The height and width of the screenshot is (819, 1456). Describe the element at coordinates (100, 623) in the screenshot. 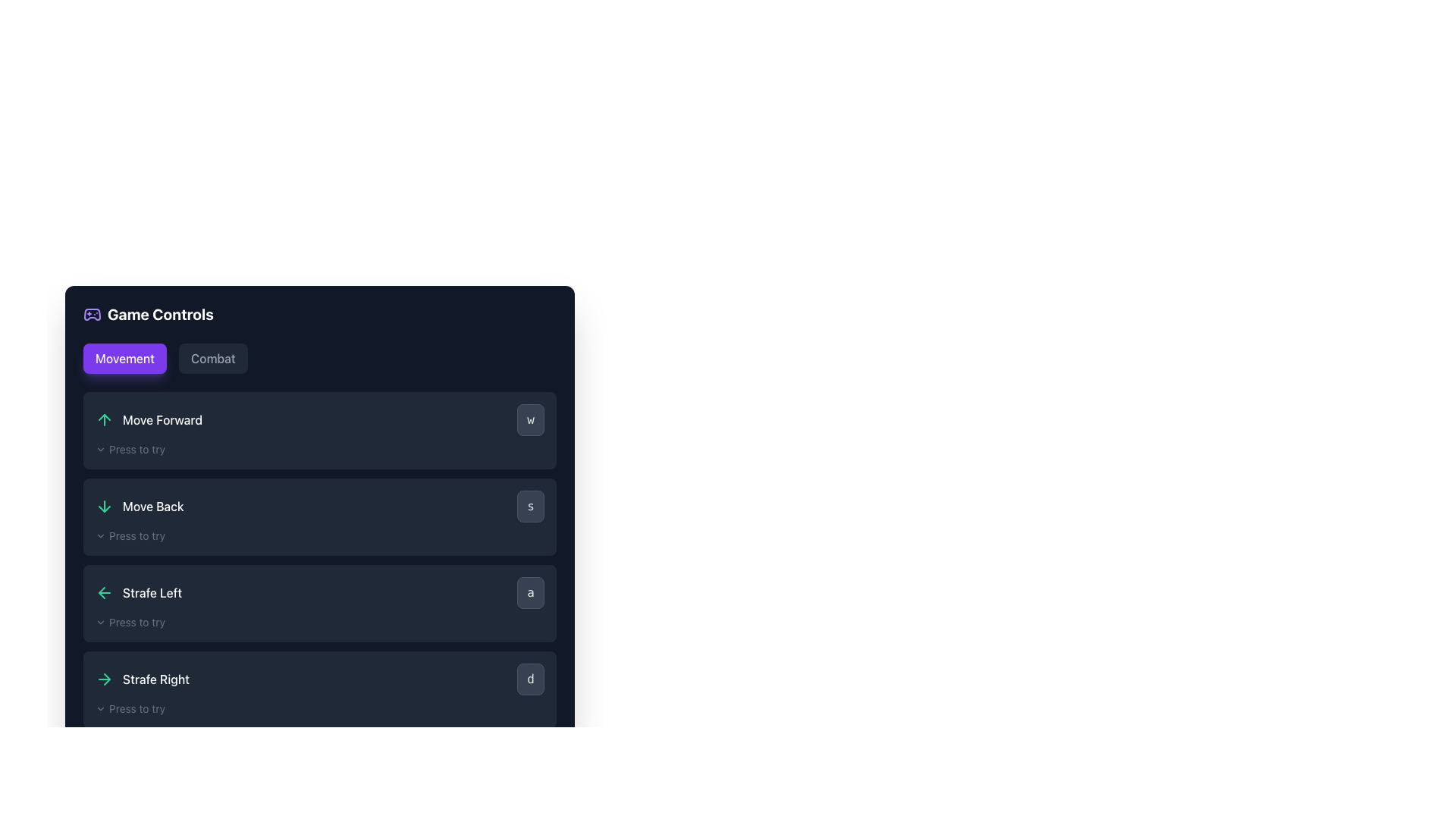

I see `the presence of the small down-arrow icon located to the left of the text label 'Press to try' within the 'Game Controls' interface section` at that location.